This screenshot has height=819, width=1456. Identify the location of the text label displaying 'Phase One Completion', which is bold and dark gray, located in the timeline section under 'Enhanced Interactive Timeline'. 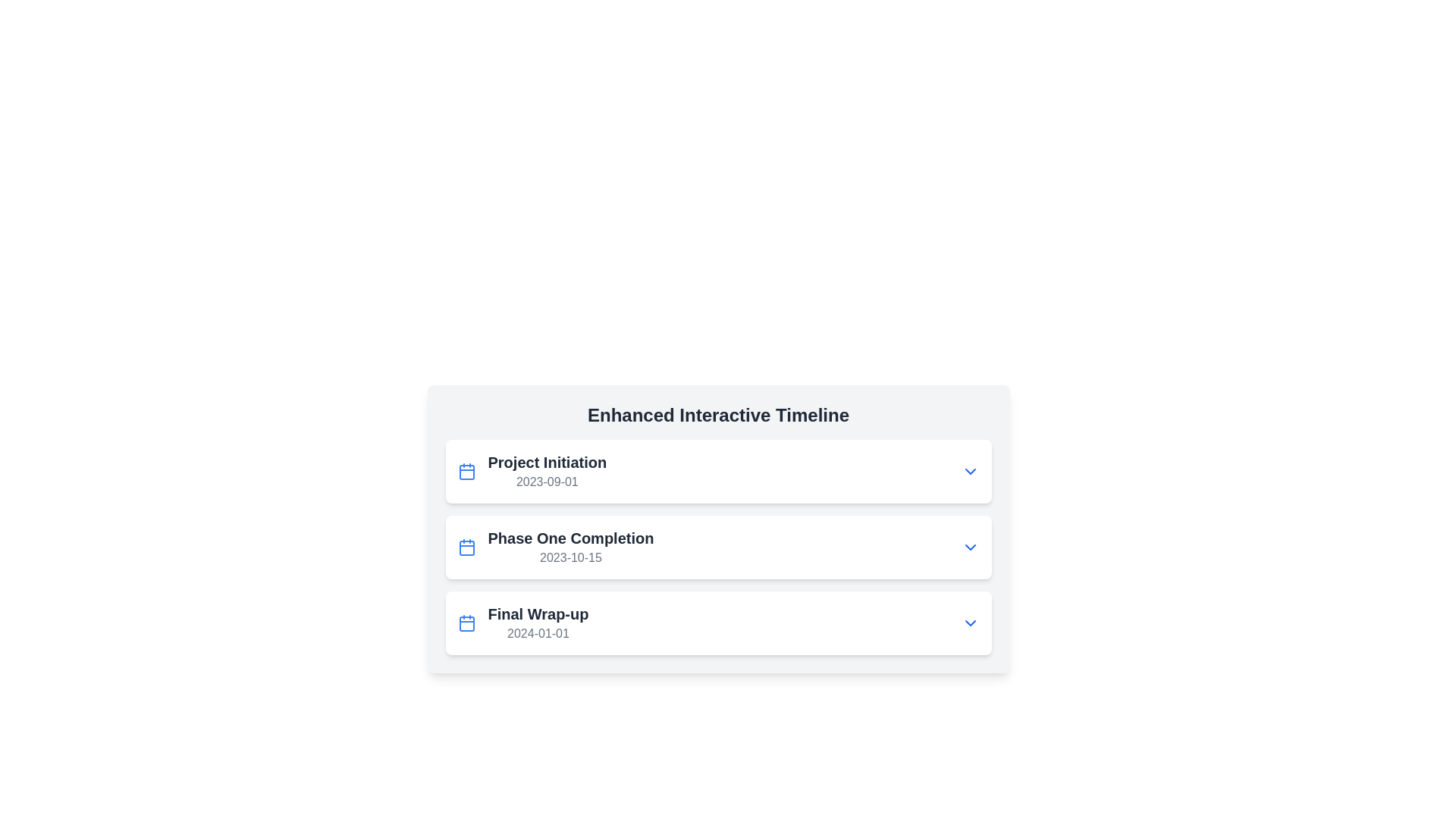
(570, 537).